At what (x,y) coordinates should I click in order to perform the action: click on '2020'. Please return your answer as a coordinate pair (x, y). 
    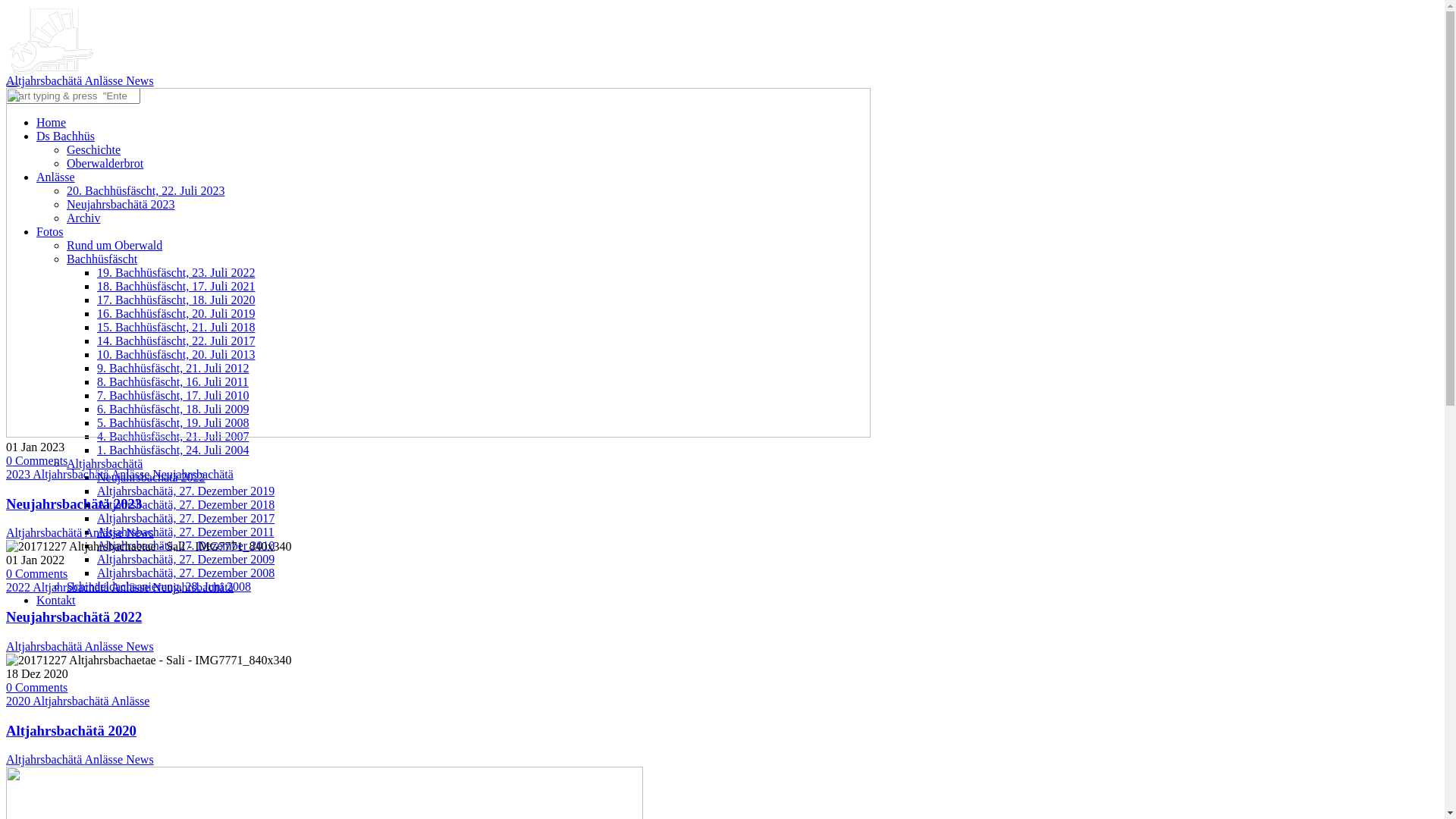
    Looking at the image, I should click on (19, 701).